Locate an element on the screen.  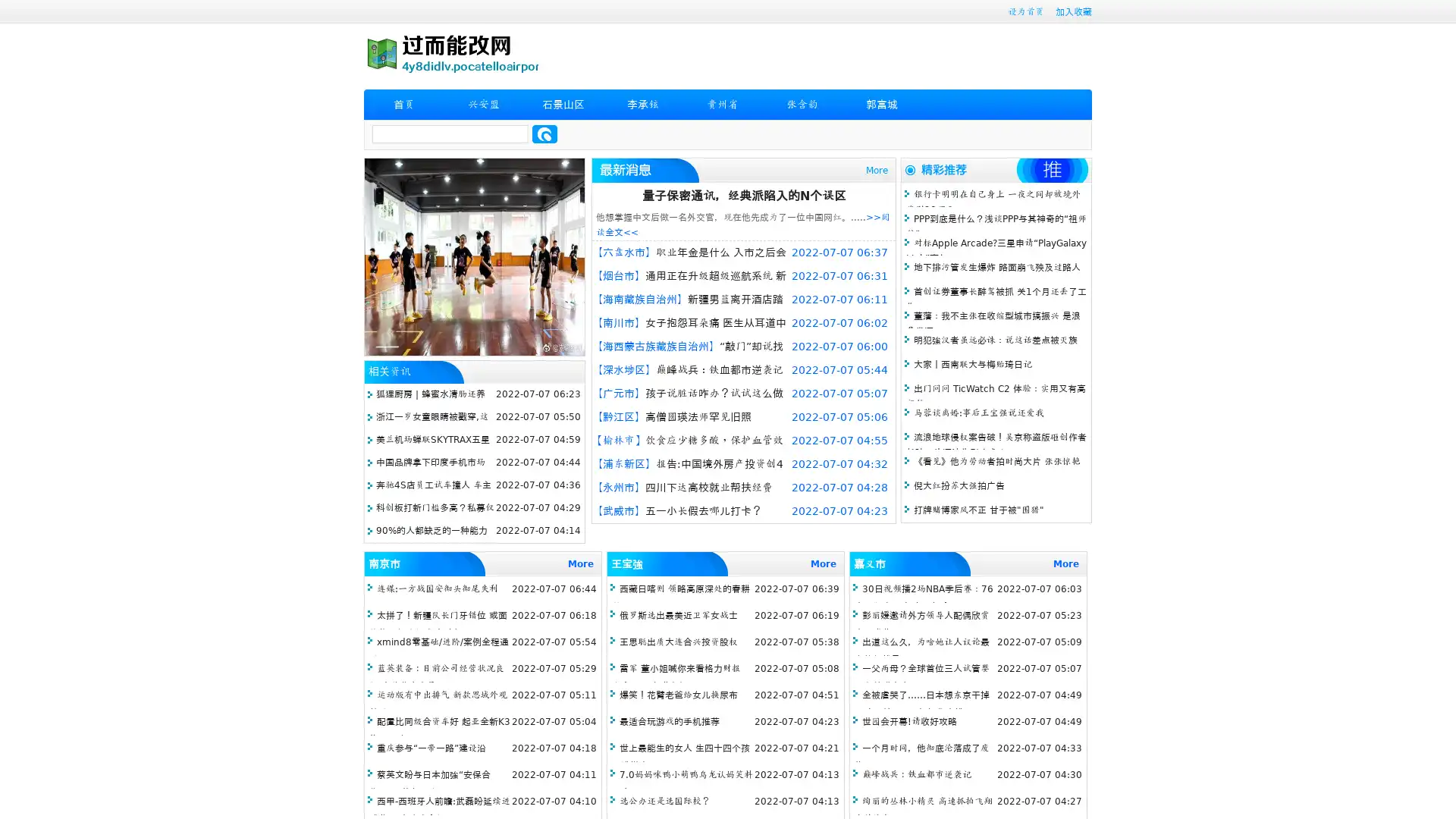
Search is located at coordinates (544, 133).